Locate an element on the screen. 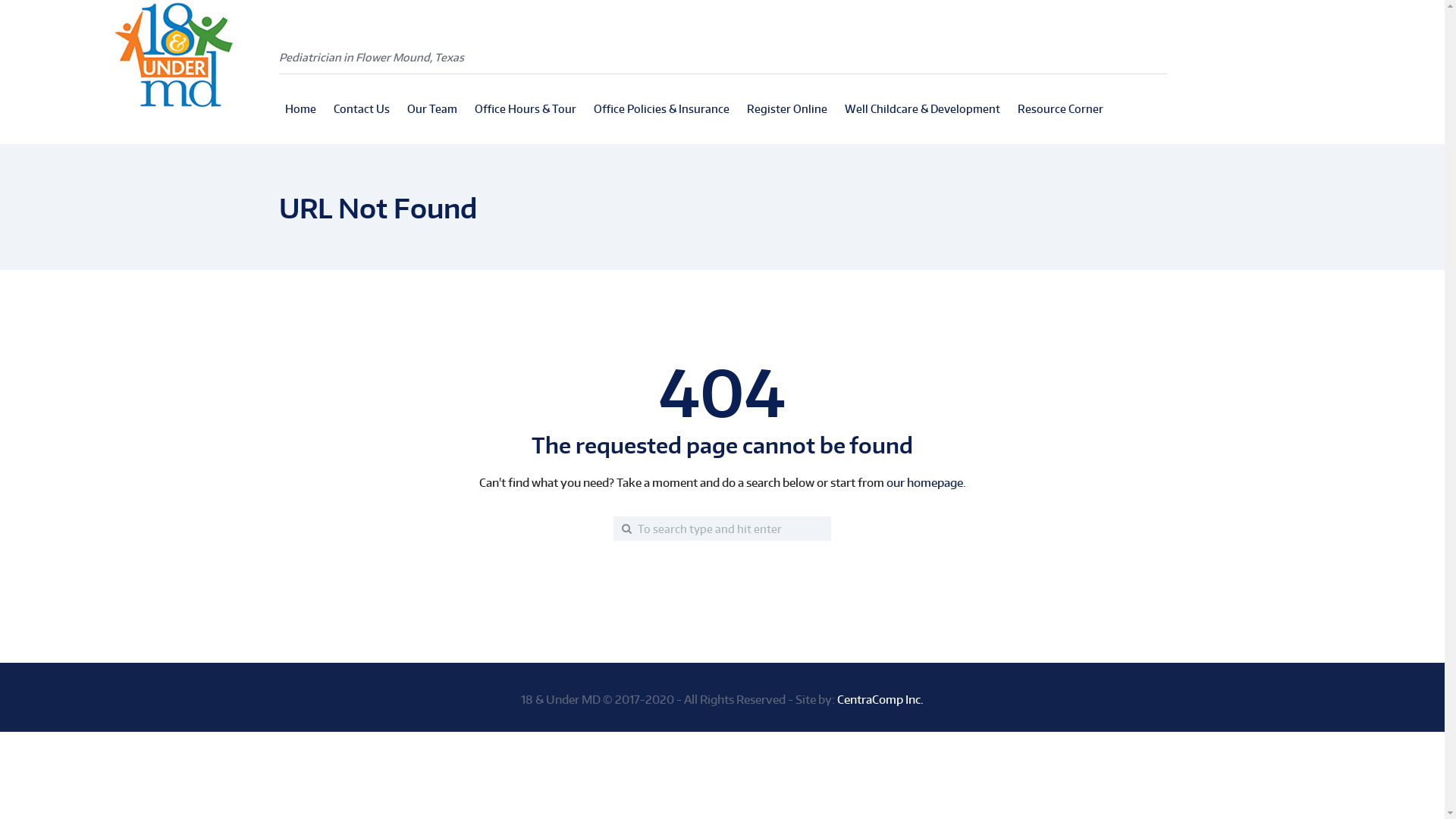 The width and height of the screenshot is (1456, 819). 'CentraComp Inc.' is located at coordinates (836, 699).